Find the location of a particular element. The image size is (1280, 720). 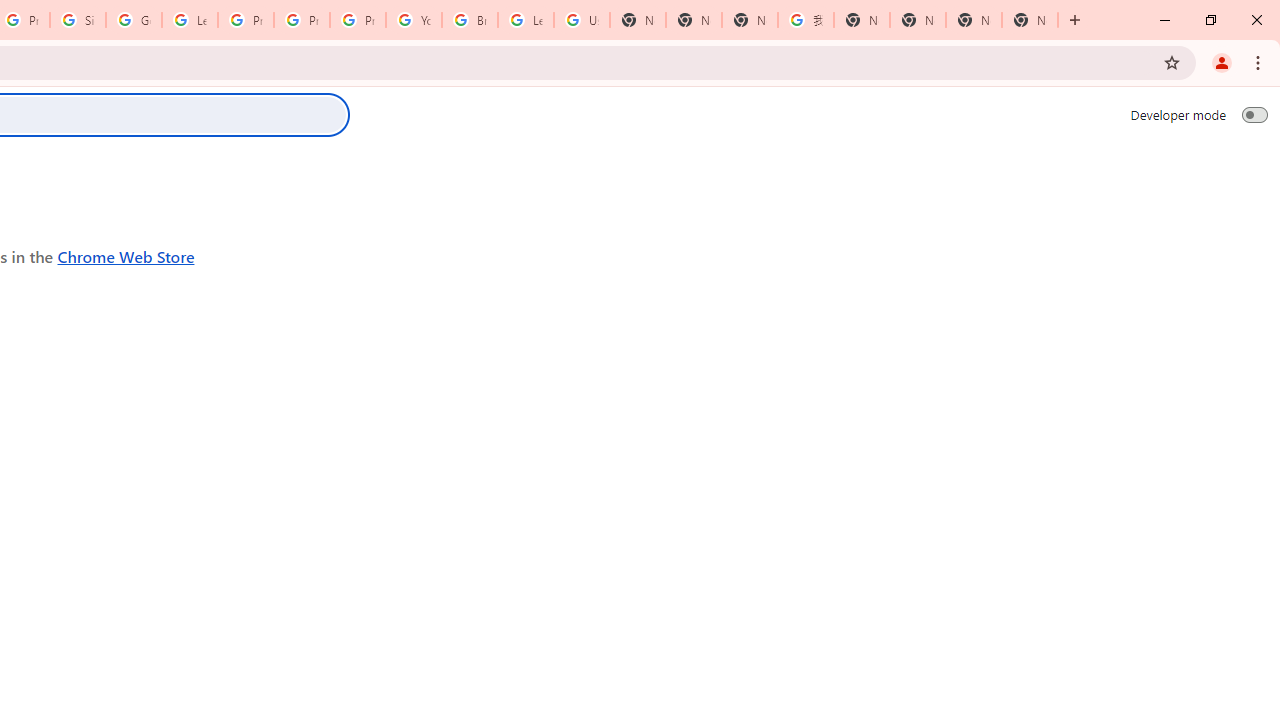

'Developer mode' is located at coordinates (1254, 114).